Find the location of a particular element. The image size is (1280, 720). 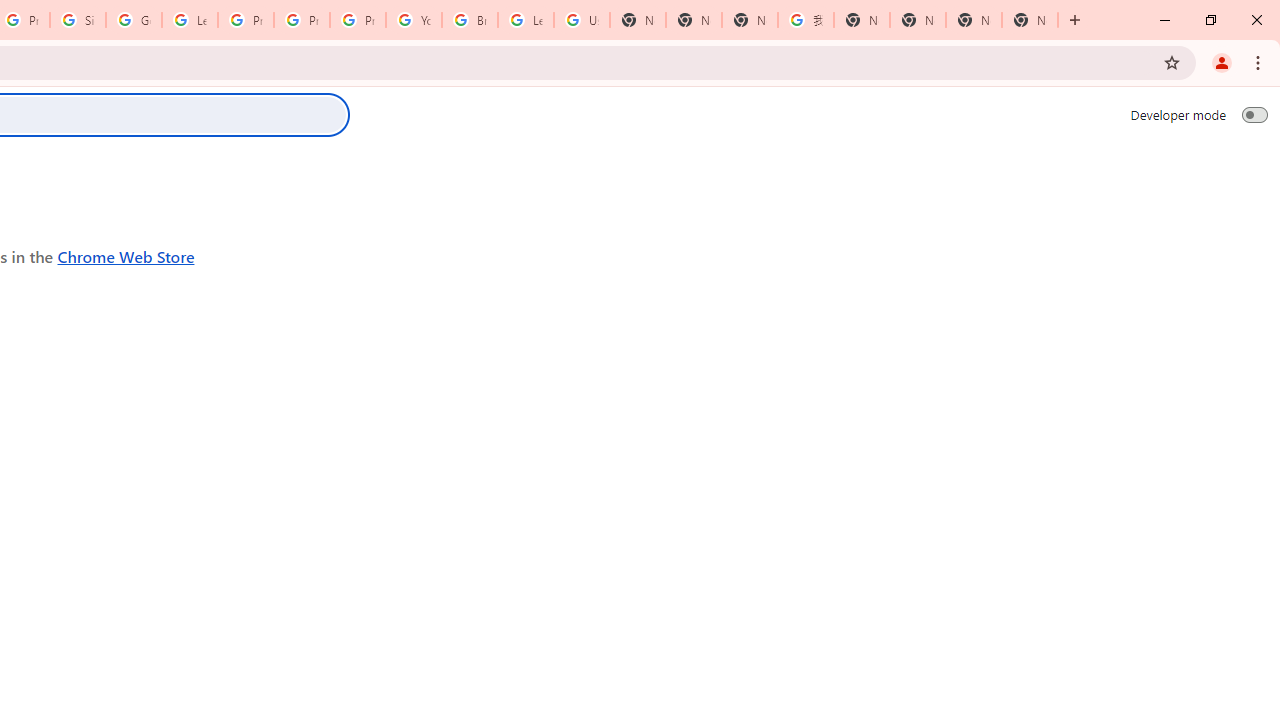

'Developer mode' is located at coordinates (1254, 114).